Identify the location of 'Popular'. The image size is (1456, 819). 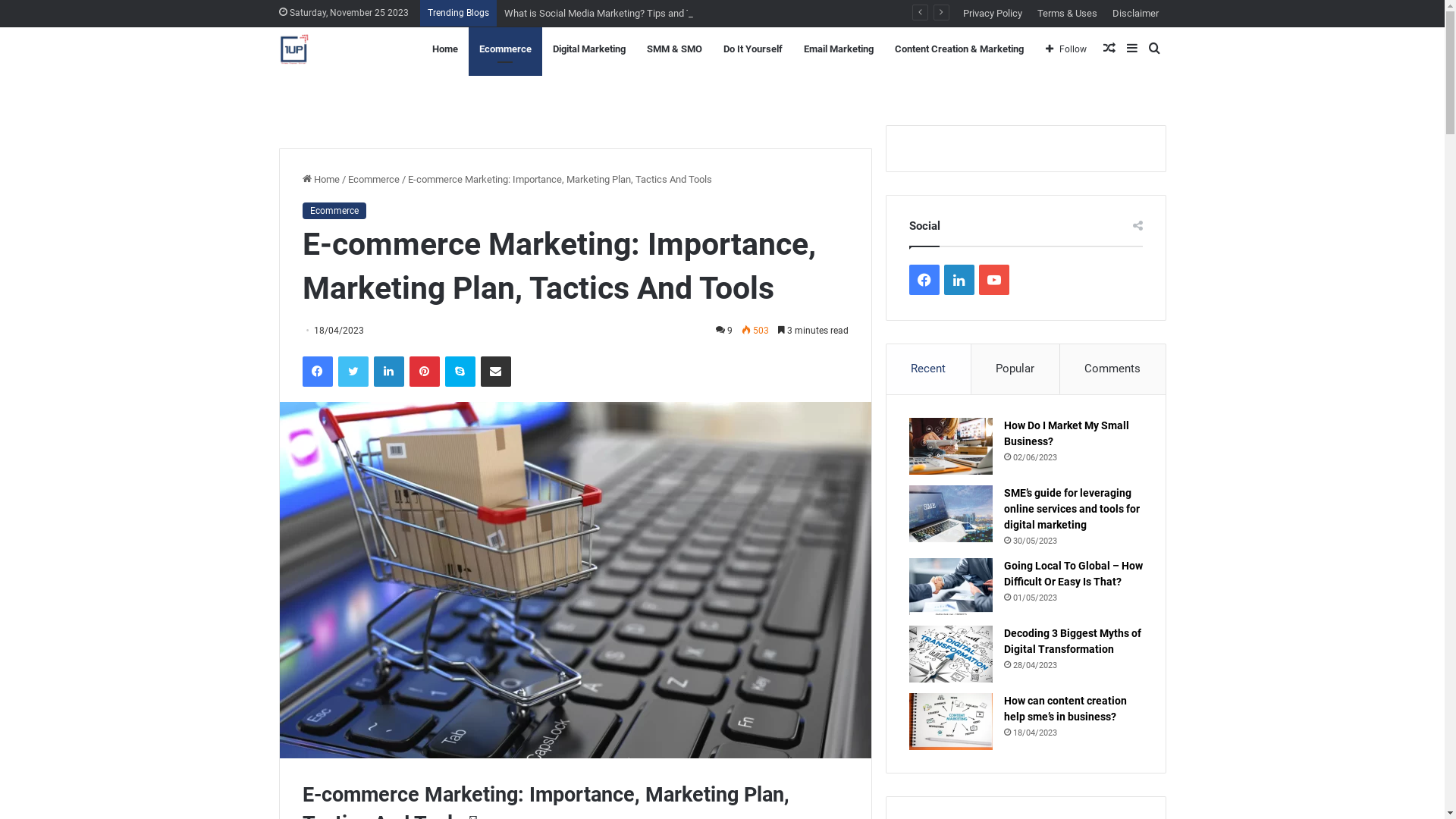
(971, 369).